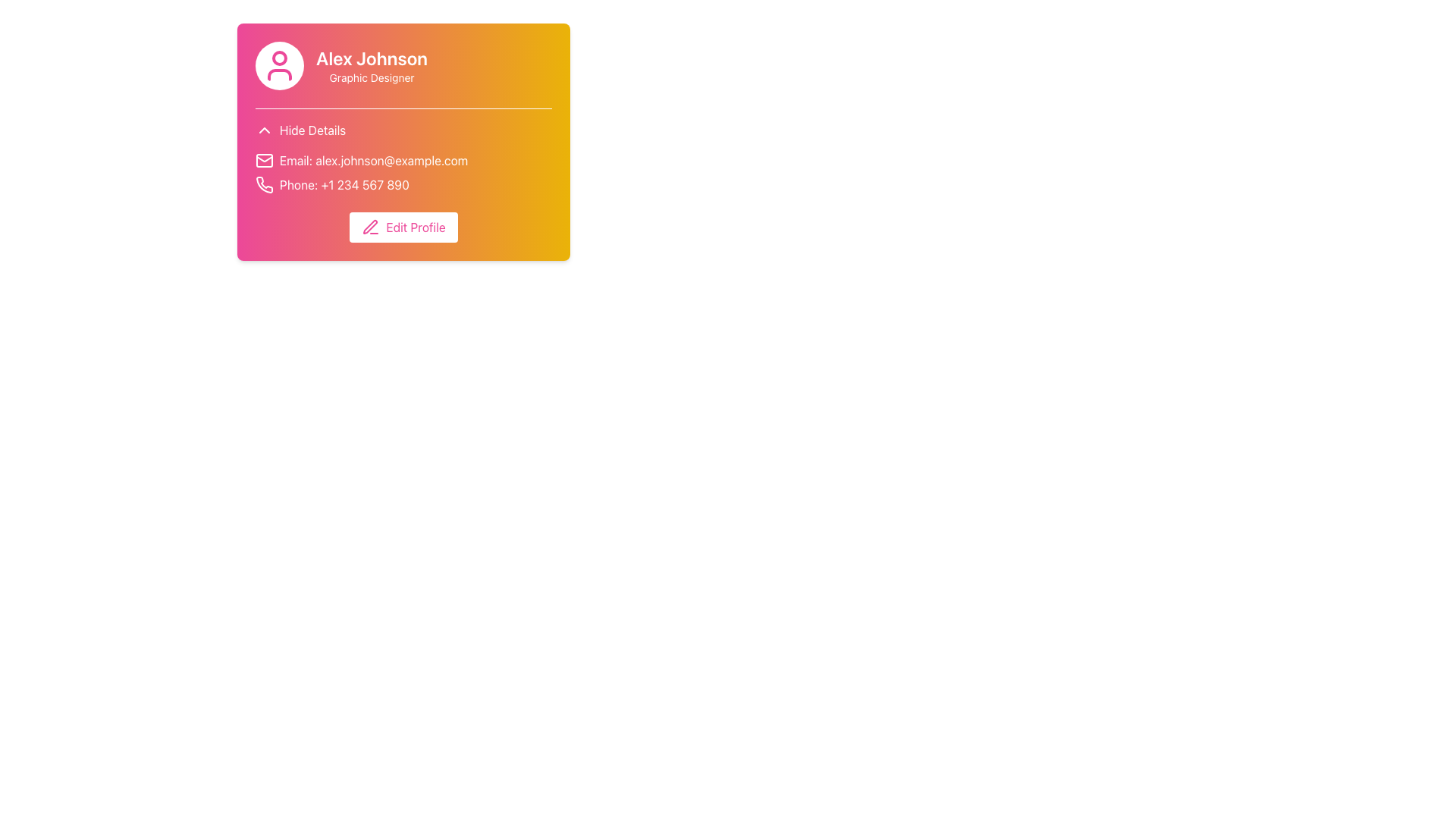  Describe the element at coordinates (374, 161) in the screenshot. I see `displayed email address from the text label indicating the user's email 'Alex Johnson'. This label is positioned adjacent to the envelope icon and above the phone number text` at that location.